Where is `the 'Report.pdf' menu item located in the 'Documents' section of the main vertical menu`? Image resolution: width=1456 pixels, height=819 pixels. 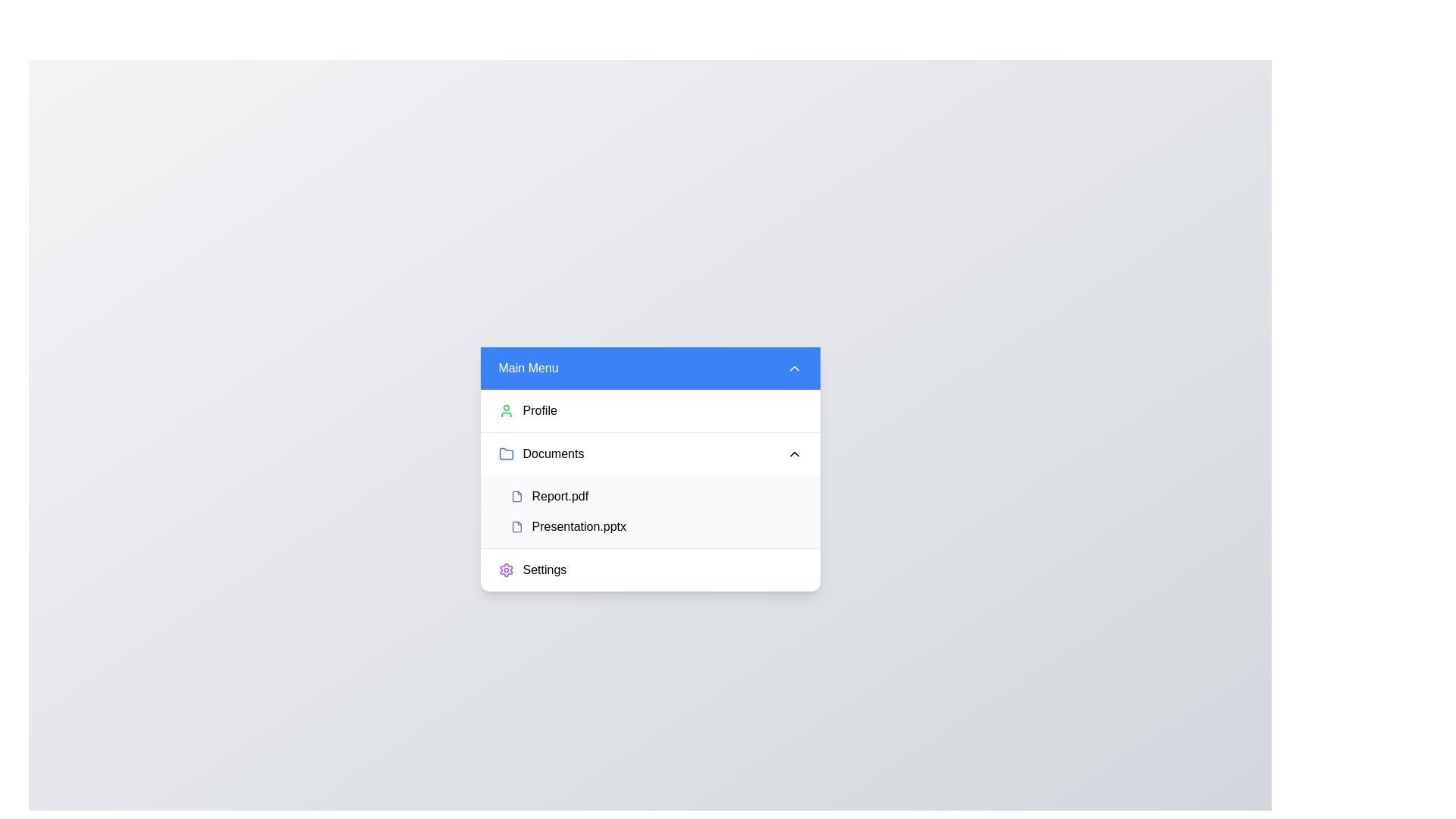 the 'Report.pdf' menu item located in the 'Documents' section of the main vertical menu is located at coordinates (650, 490).